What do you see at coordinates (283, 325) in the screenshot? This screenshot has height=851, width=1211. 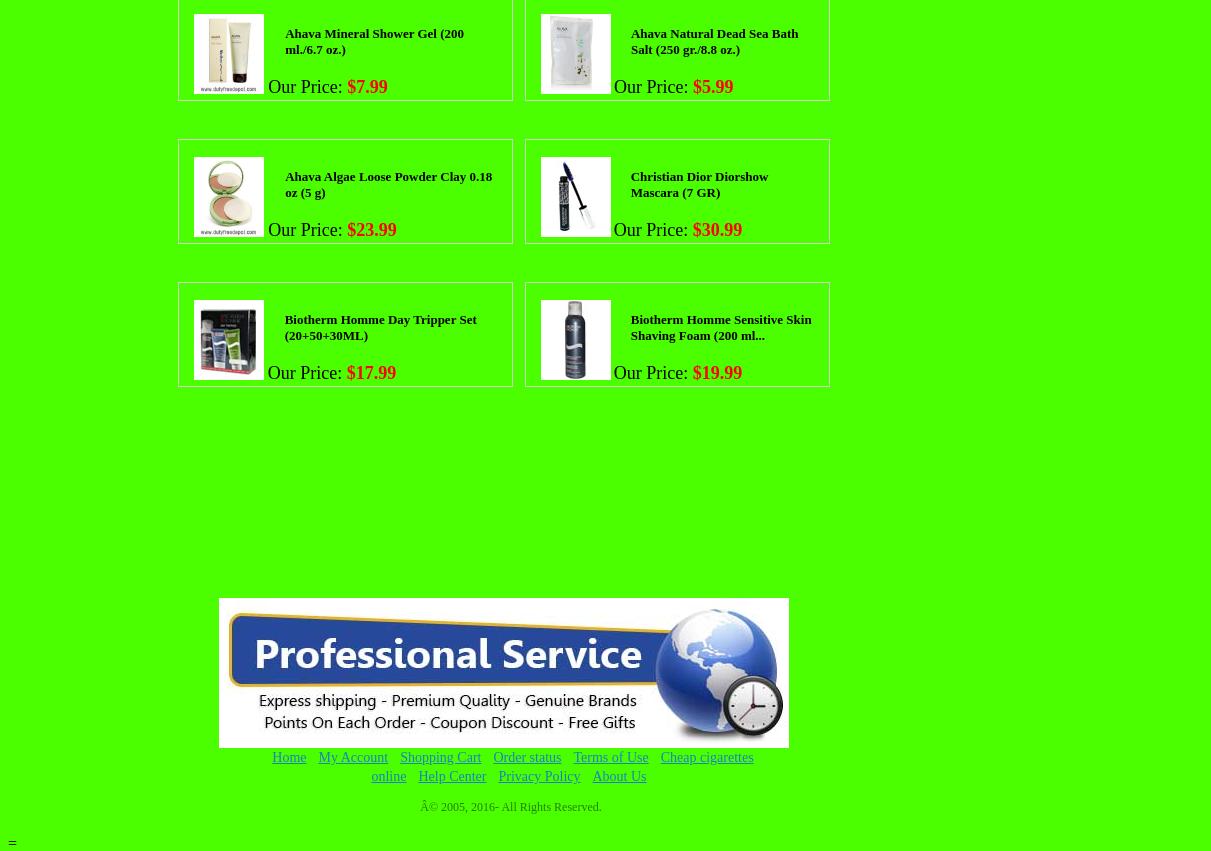 I see `'Biotherm Homme Day Tripper Set (20+50+30ML)'` at bounding box center [283, 325].